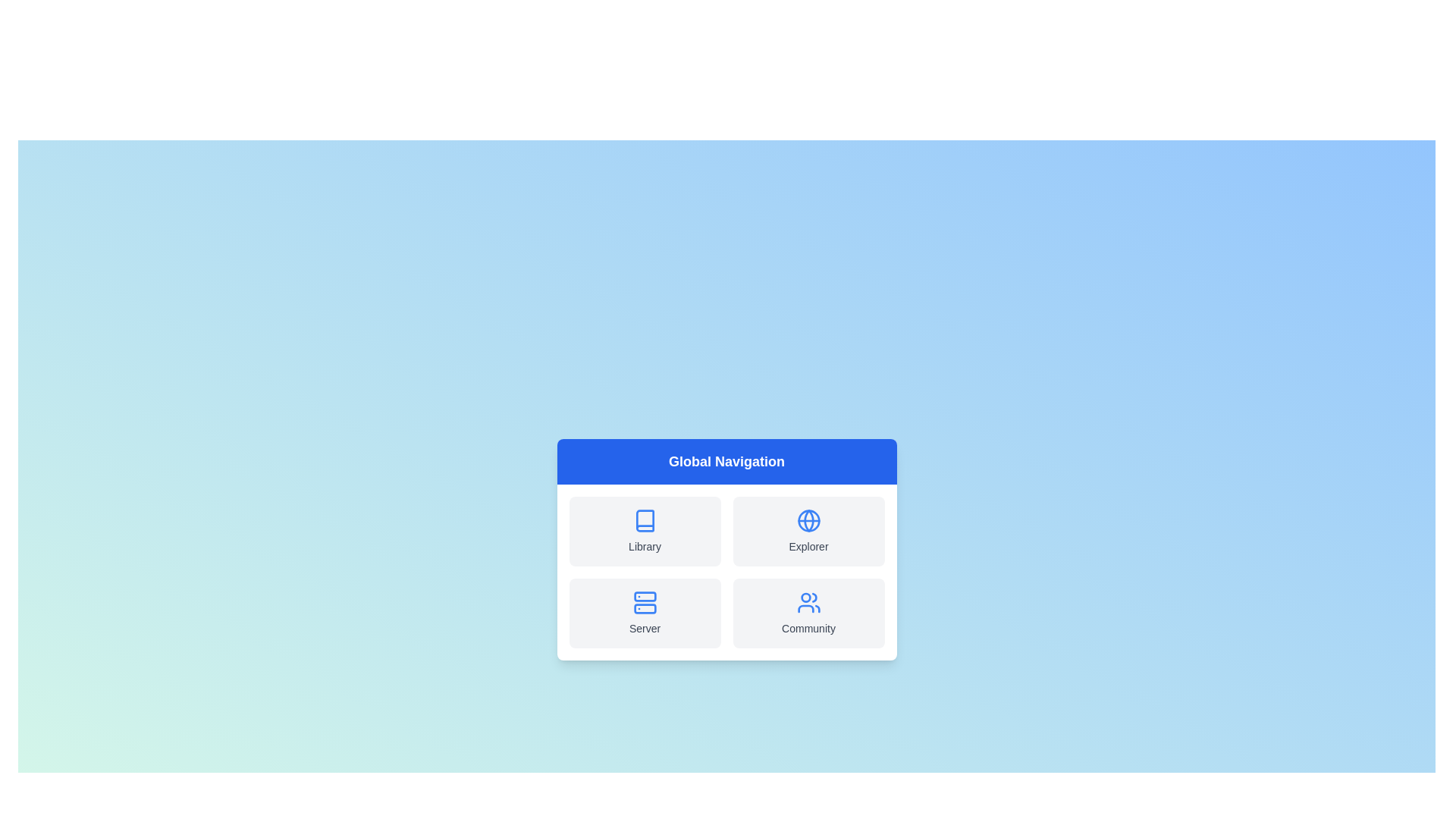 The image size is (1456, 819). Describe the element at coordinates (808, 531) in the screenshot. I see `the navigation option Explorer to observe its hover effect` at that location.